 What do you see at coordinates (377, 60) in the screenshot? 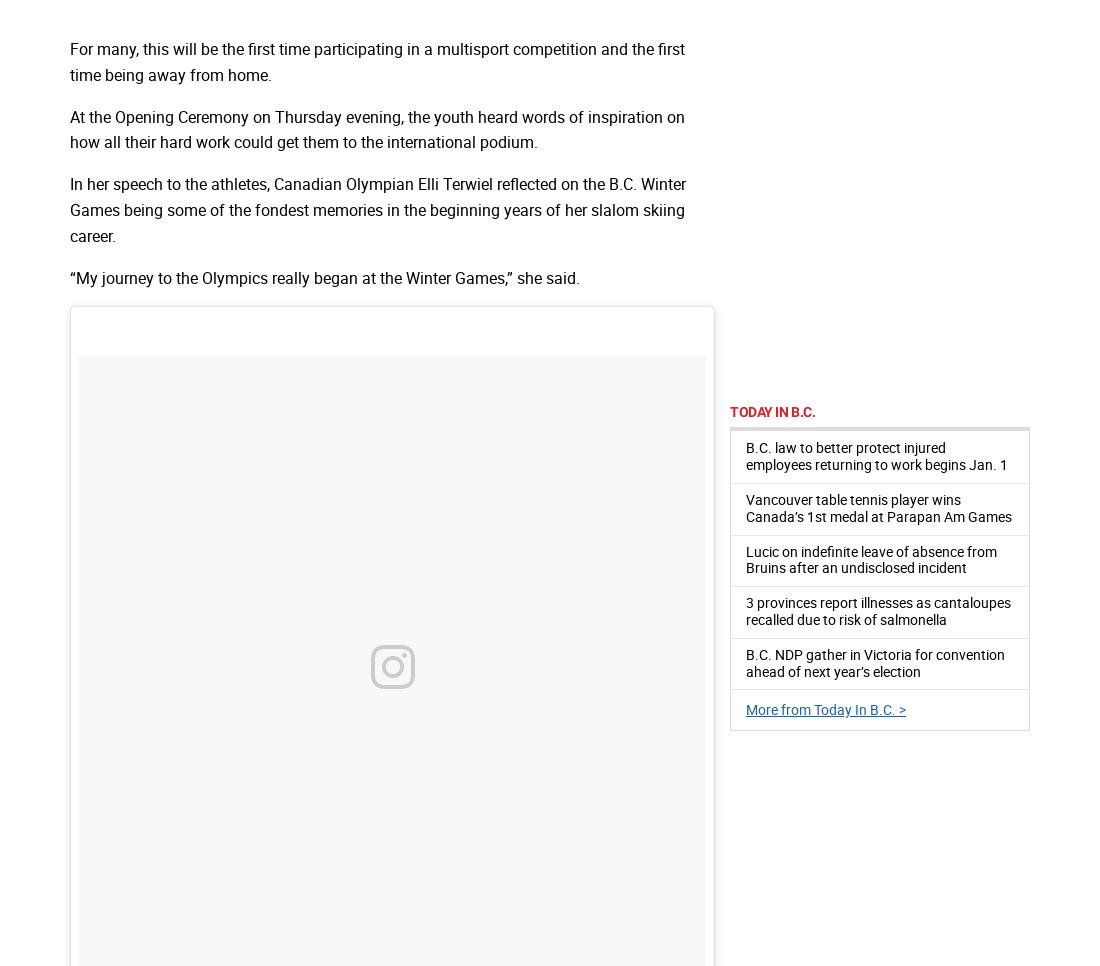
I see `'For many, this will be the first time participating in a multisport competition and the first time being away from home.'` at bounding box center [377, 60].